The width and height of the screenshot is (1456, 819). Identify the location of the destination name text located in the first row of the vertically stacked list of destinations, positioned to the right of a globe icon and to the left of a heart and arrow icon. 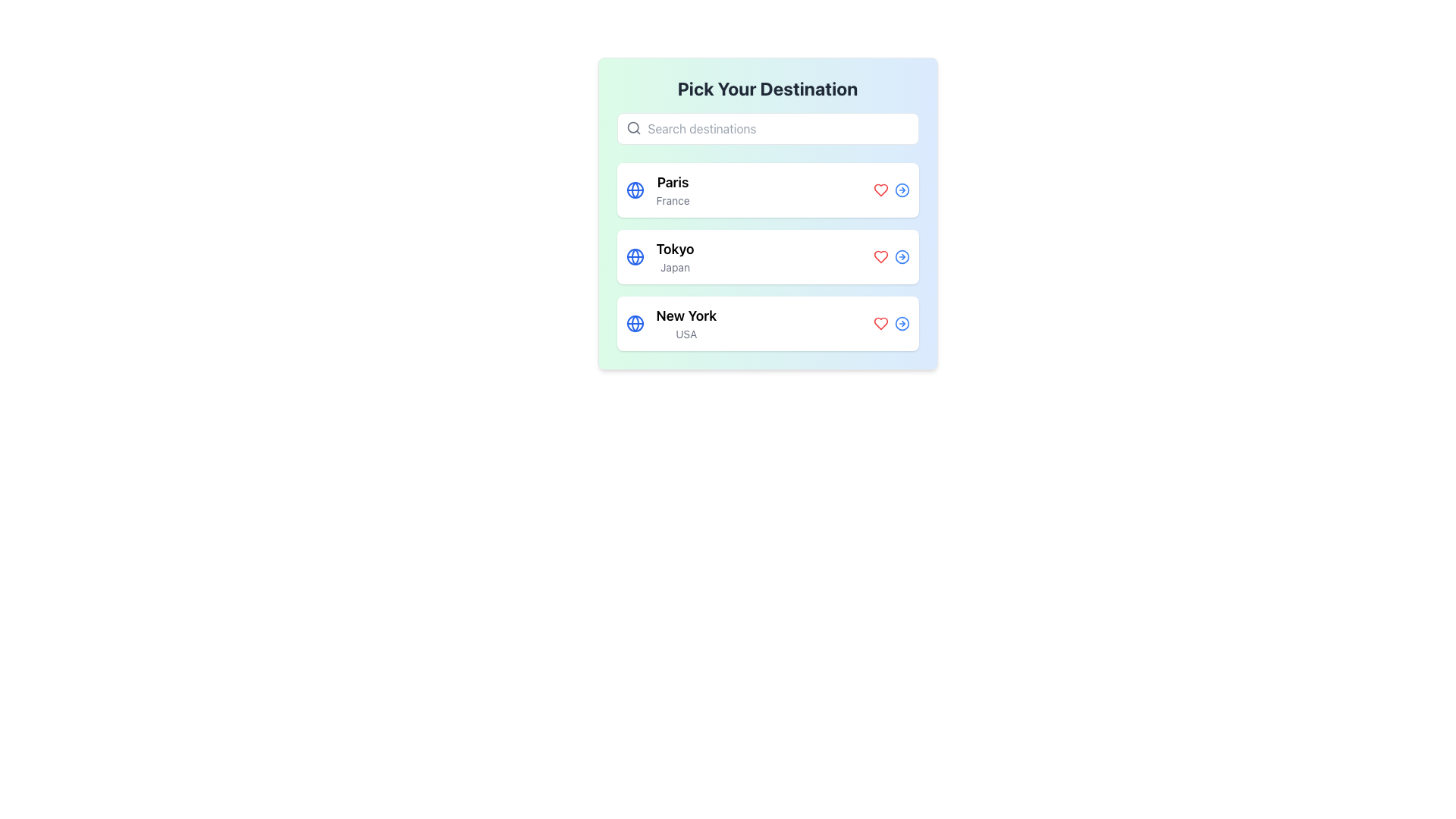
(672, 189).